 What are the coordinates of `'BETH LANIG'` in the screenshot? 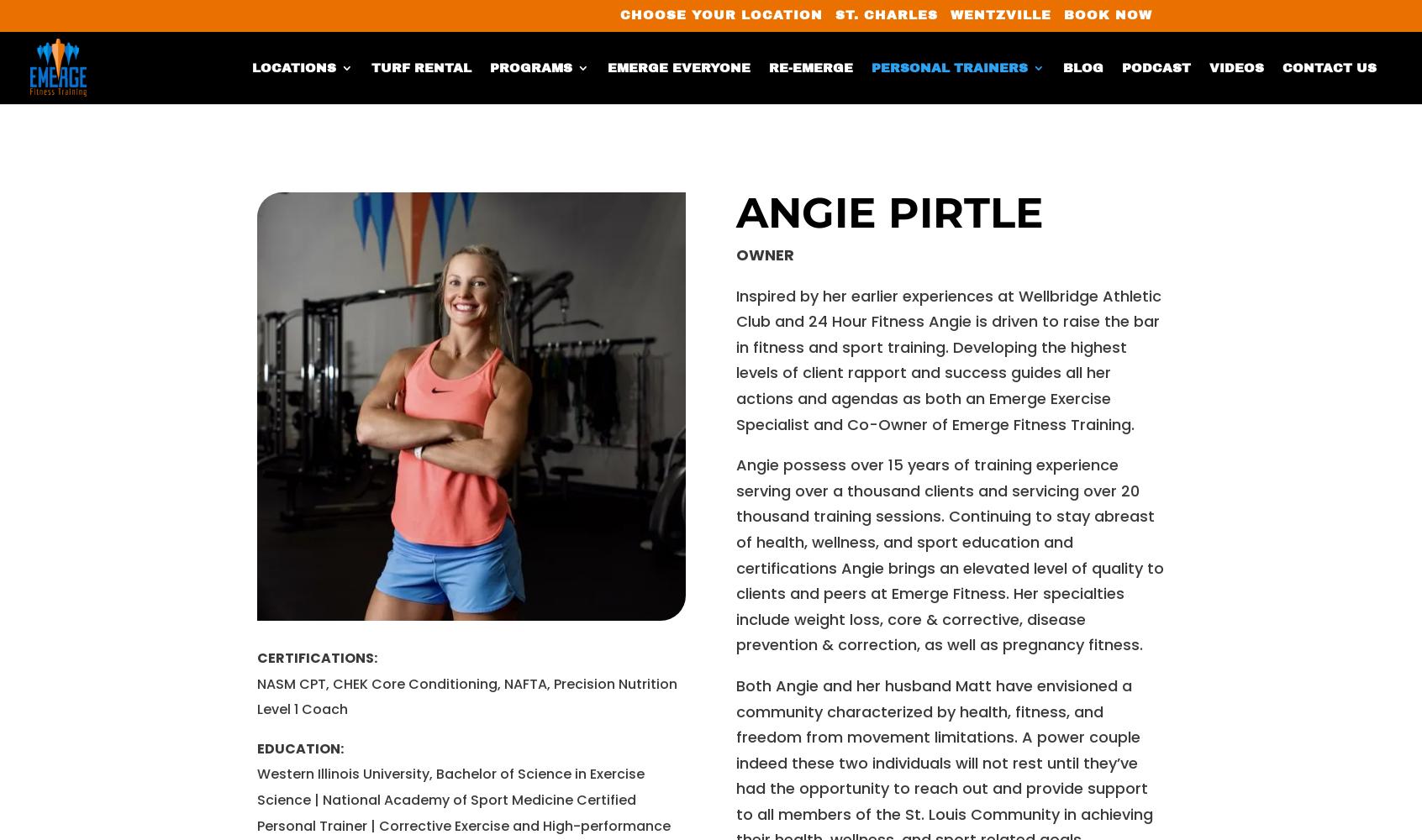 It's located at (948, 240).